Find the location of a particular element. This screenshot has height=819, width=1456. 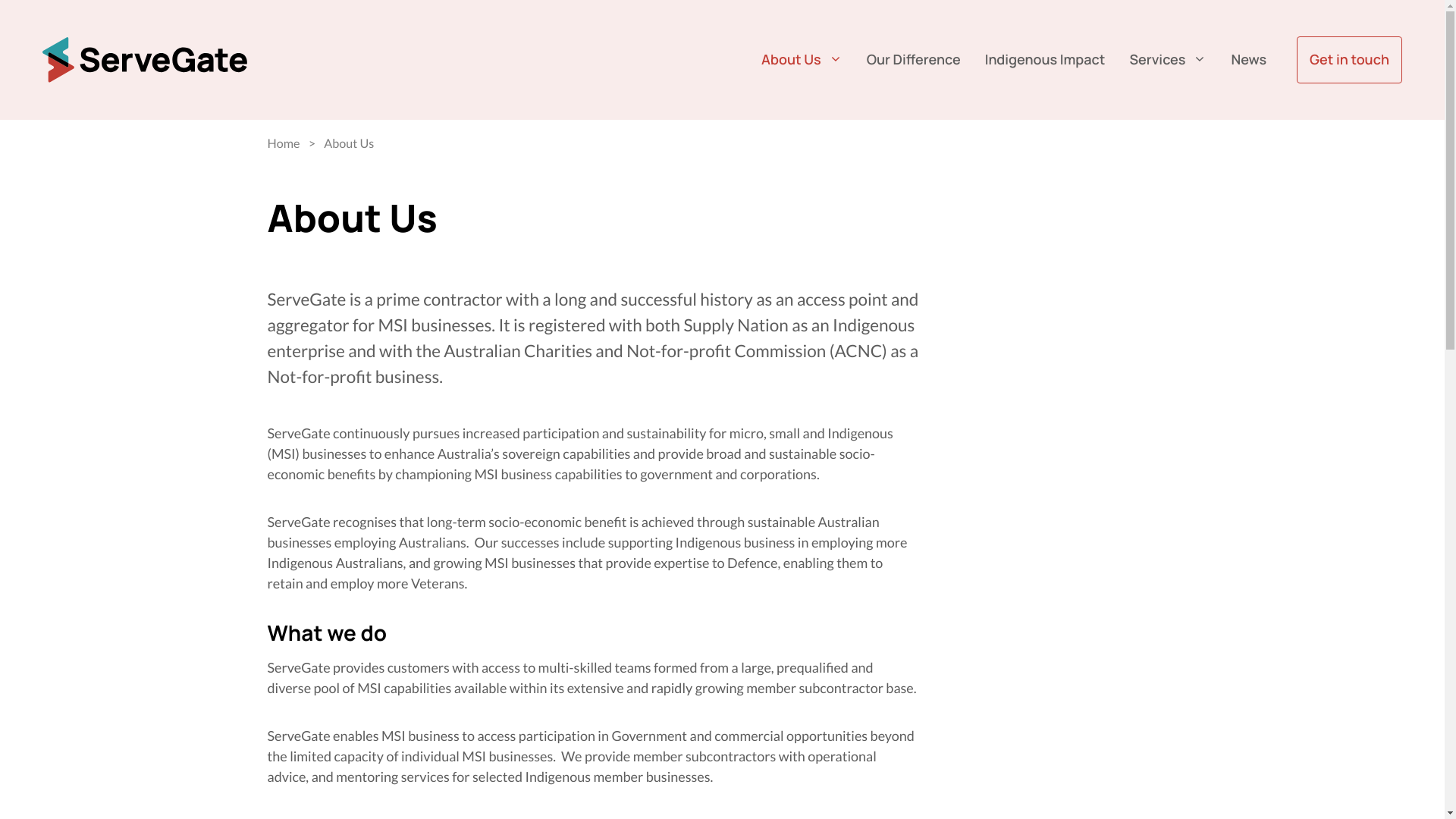

'ServeGate' is located at coordinates (145, 58).